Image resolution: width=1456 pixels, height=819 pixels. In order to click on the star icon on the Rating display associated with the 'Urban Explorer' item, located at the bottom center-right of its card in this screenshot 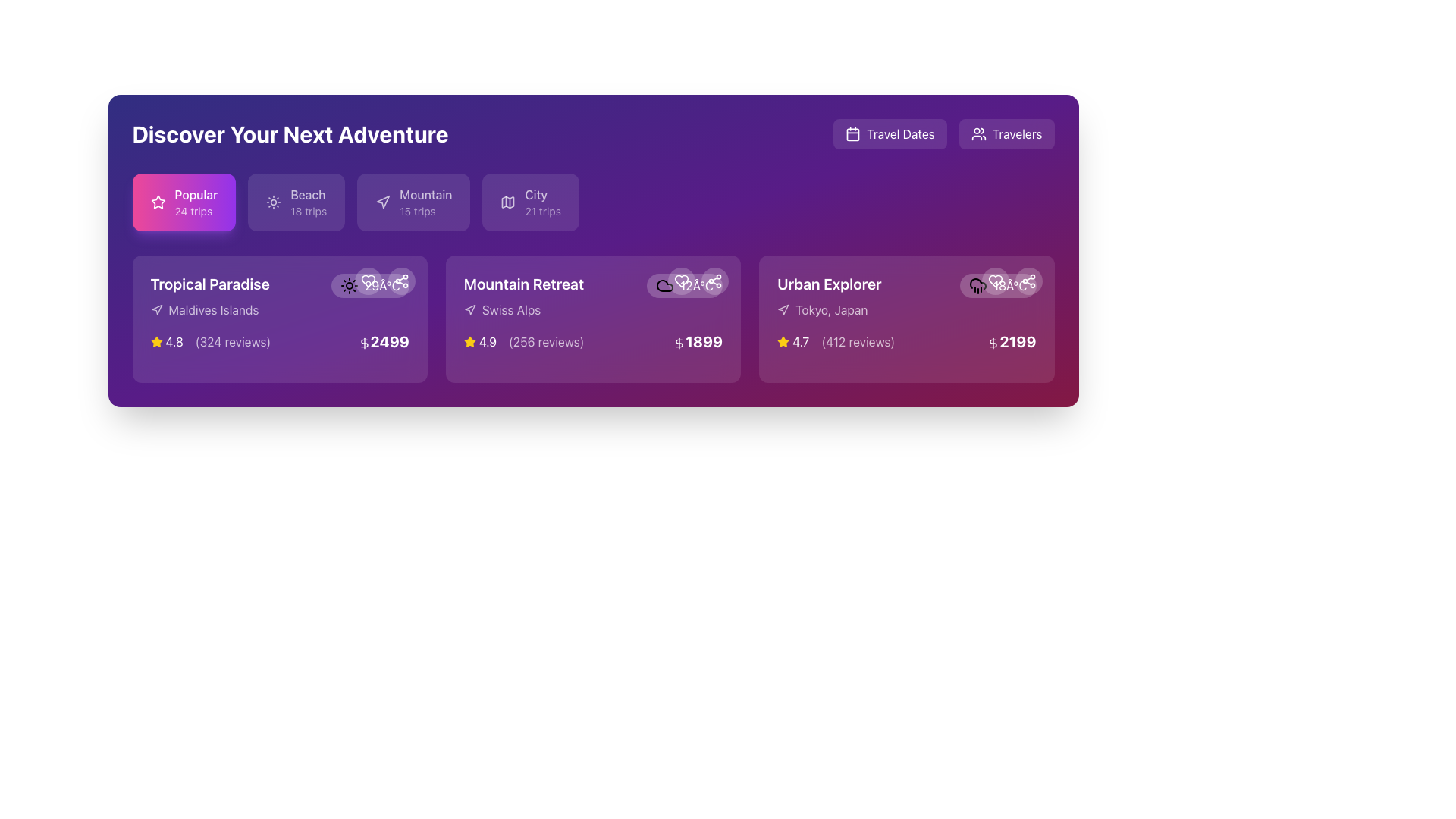, I will do `click(792, 342)`.